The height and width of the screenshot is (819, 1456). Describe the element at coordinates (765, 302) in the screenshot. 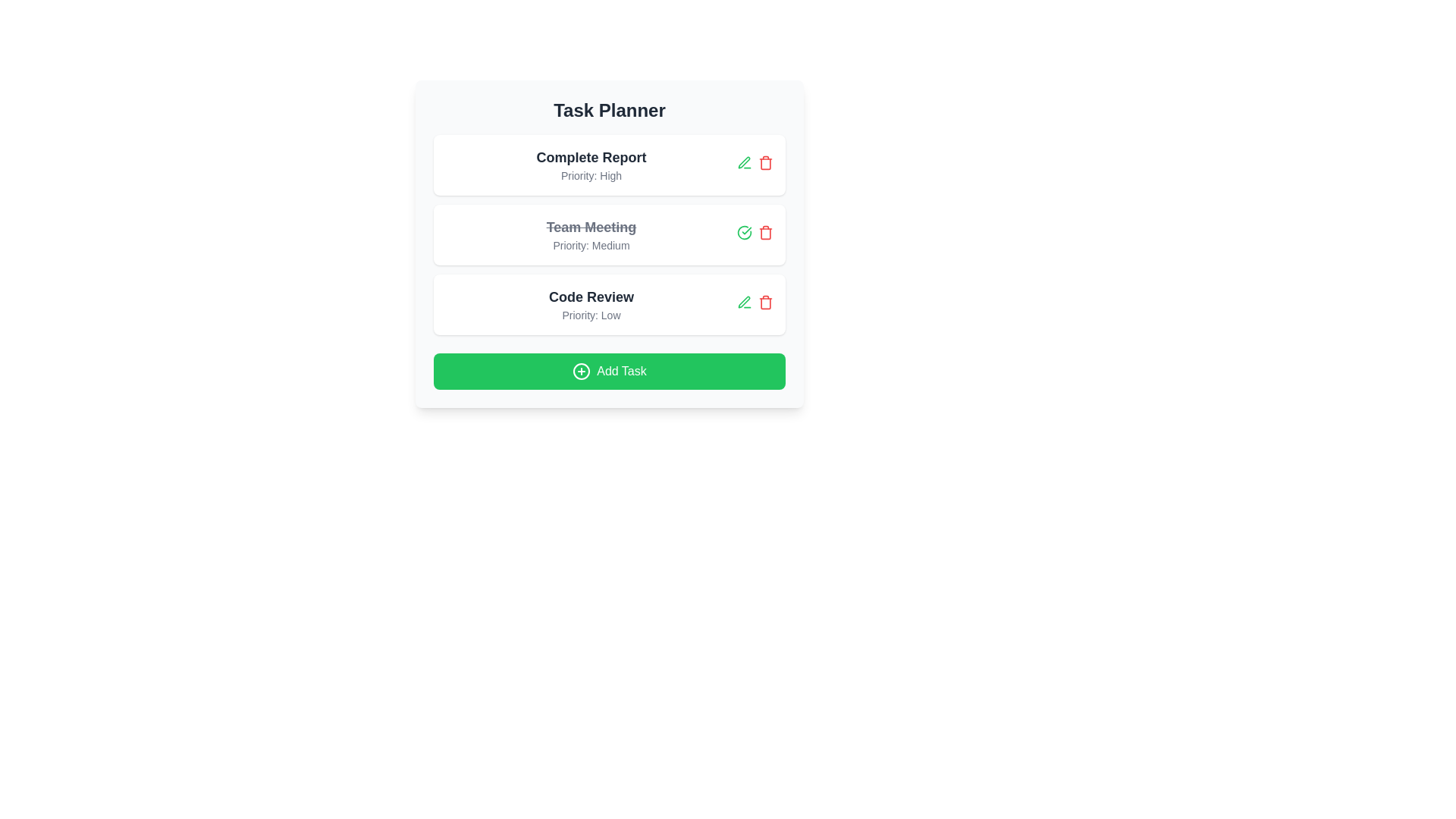

I see `the delete button for the task with title Code Review` at that location.